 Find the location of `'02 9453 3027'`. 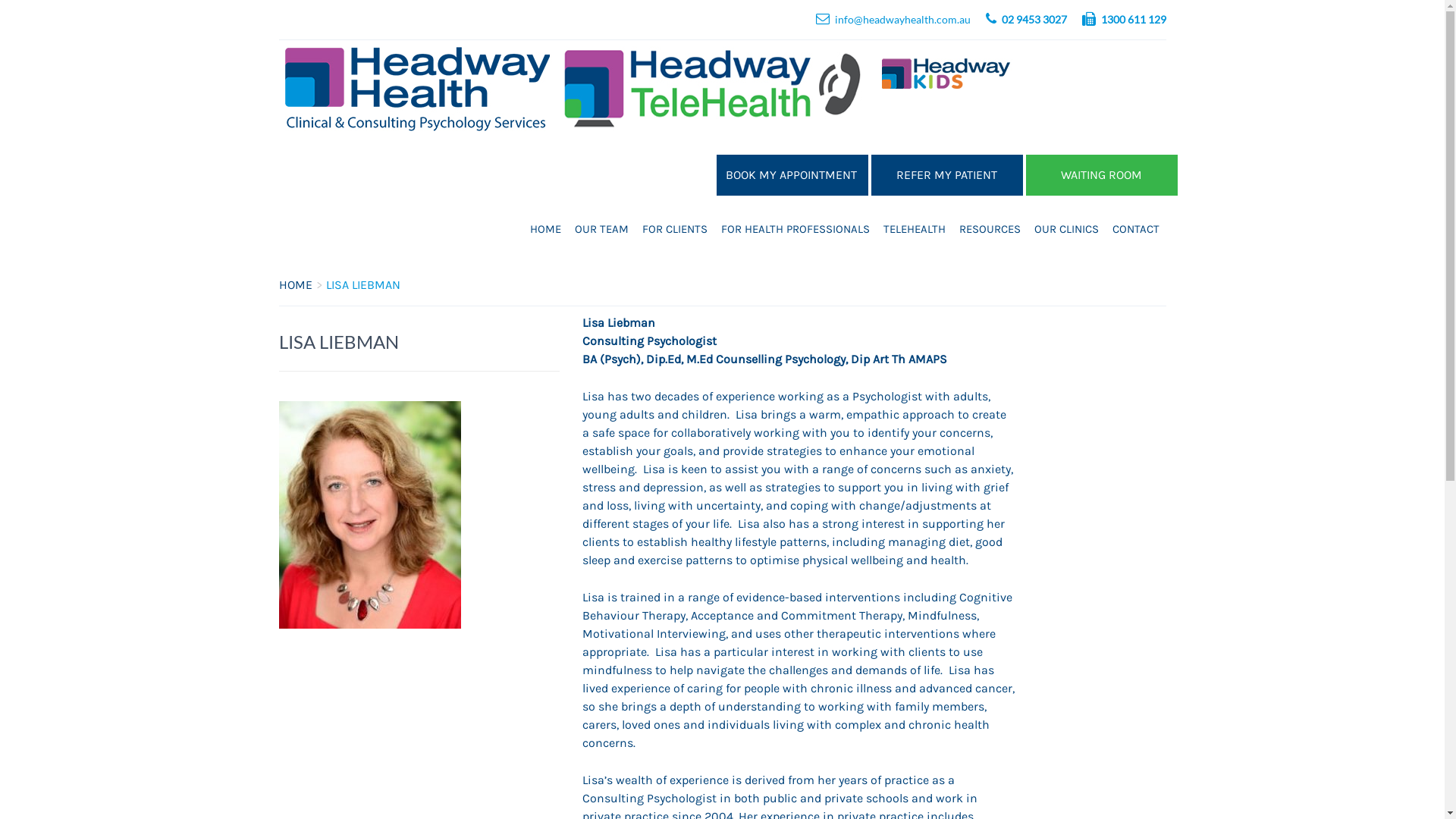

'02 9453 3027' is located at coordinates (1033, 19).